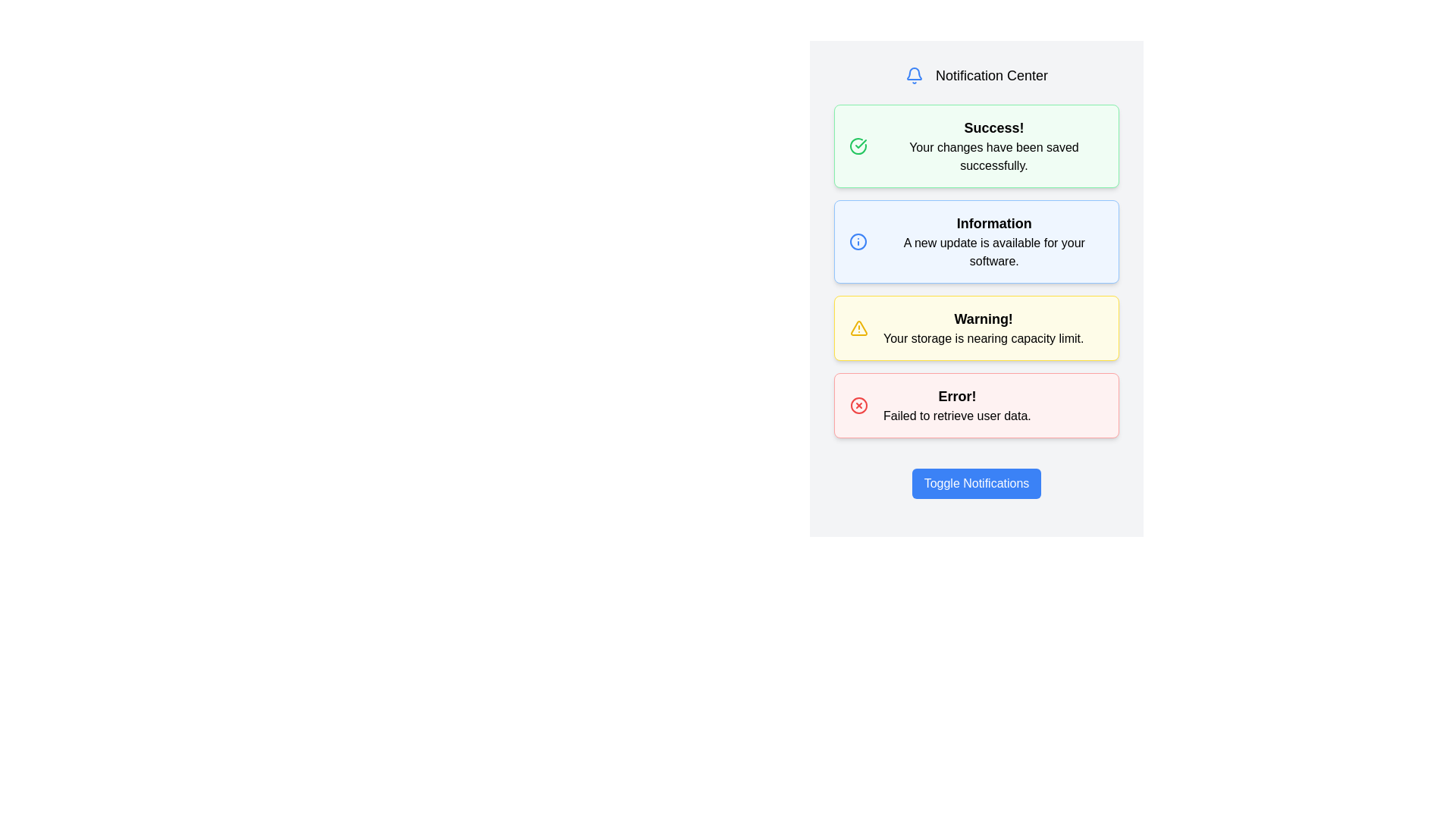 This screenshot has height=819, width=1456. What do you see at coordinates (984, 338) in the screenshot?
I see `warning message displayed as 'Your storage is nearing capacity limit.' located within the yellow alert box, below the title 'Warning!'` at bounding box center [984, 338].